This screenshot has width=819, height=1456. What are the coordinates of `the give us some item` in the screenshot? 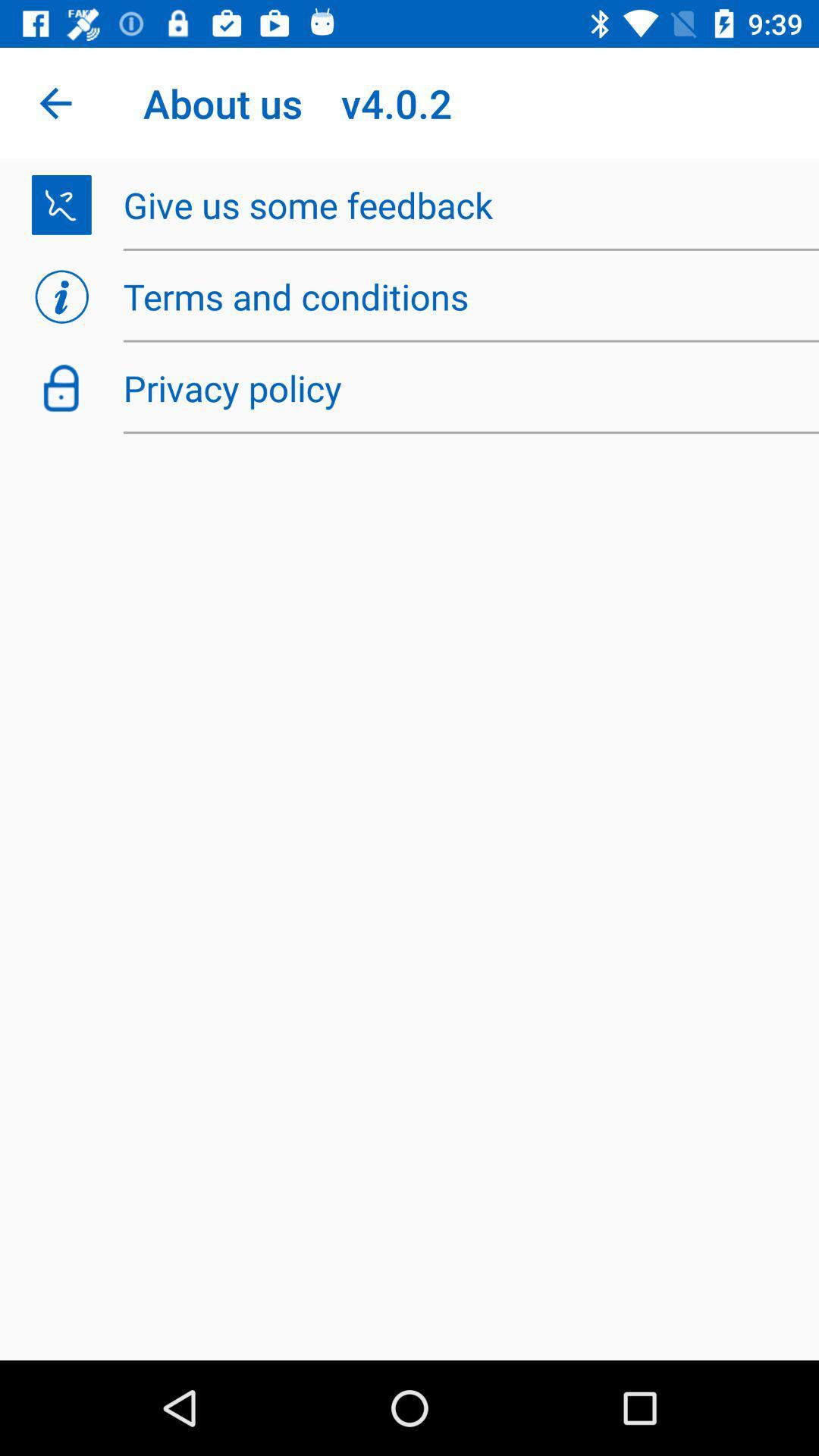 It's located at (462, 204).